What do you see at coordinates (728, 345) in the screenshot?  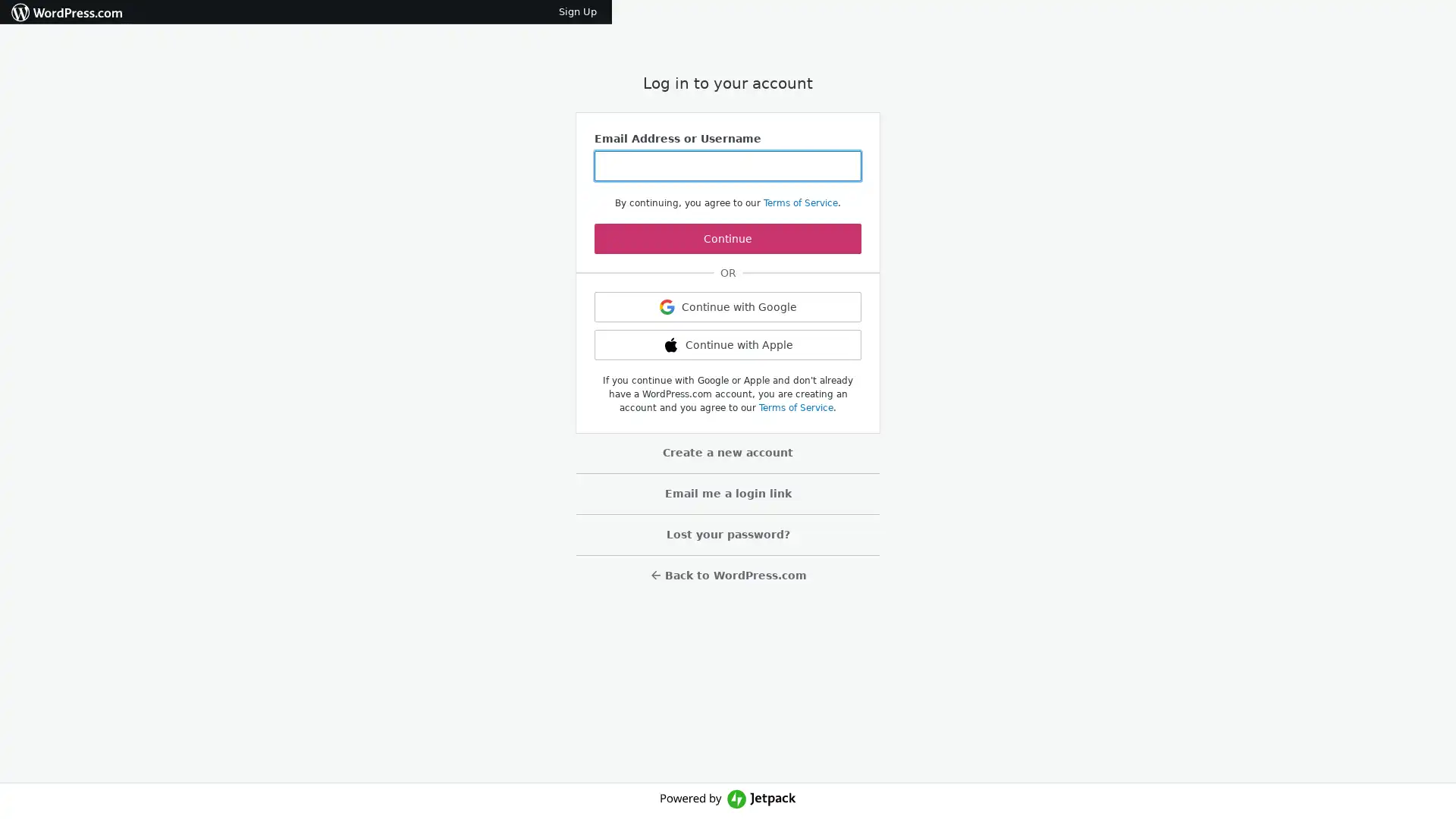 I see `Continue with Apple` at bounding box center [728, 345].